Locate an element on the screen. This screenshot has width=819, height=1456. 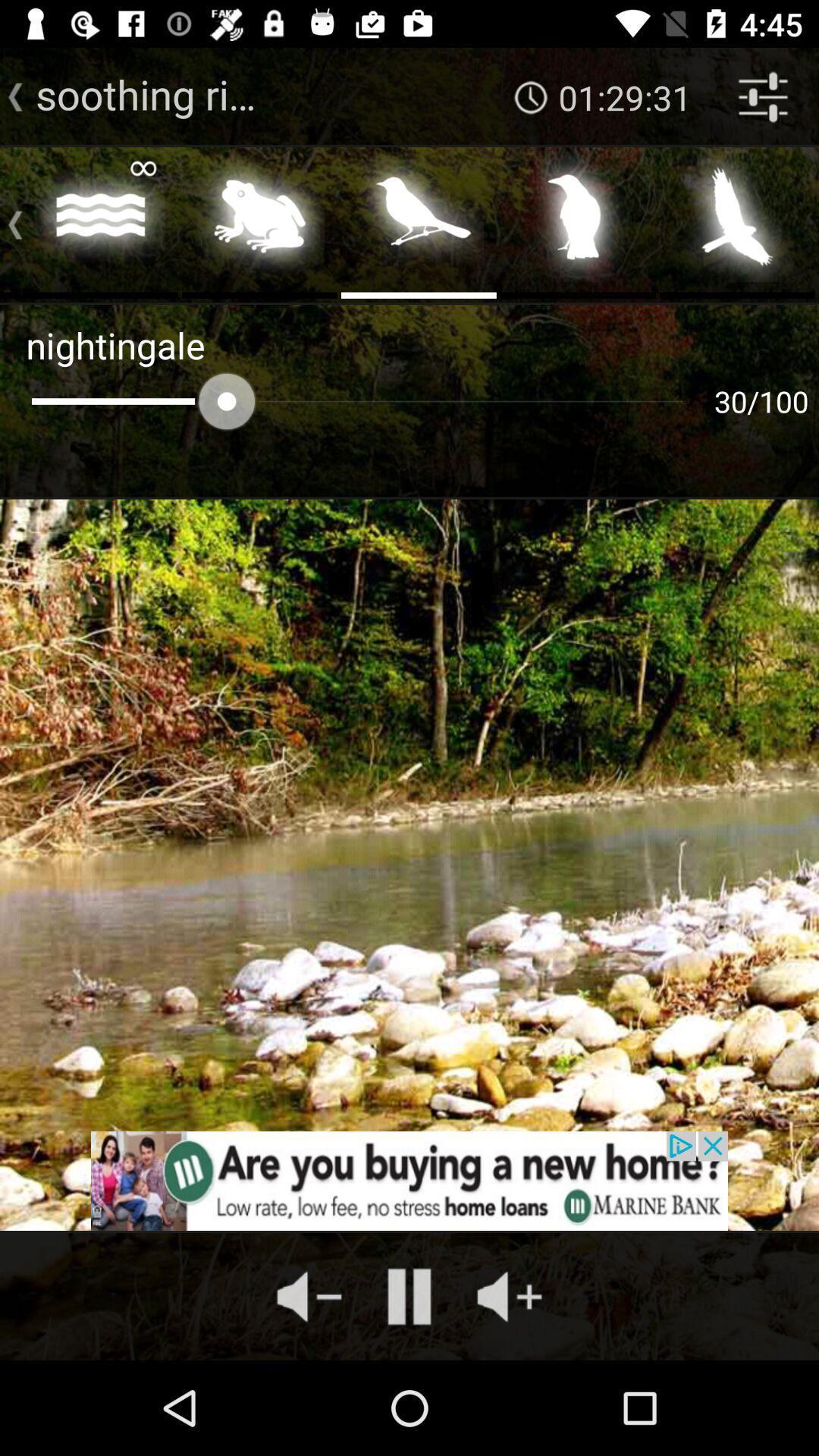
element is located at coordinates (736, 221).